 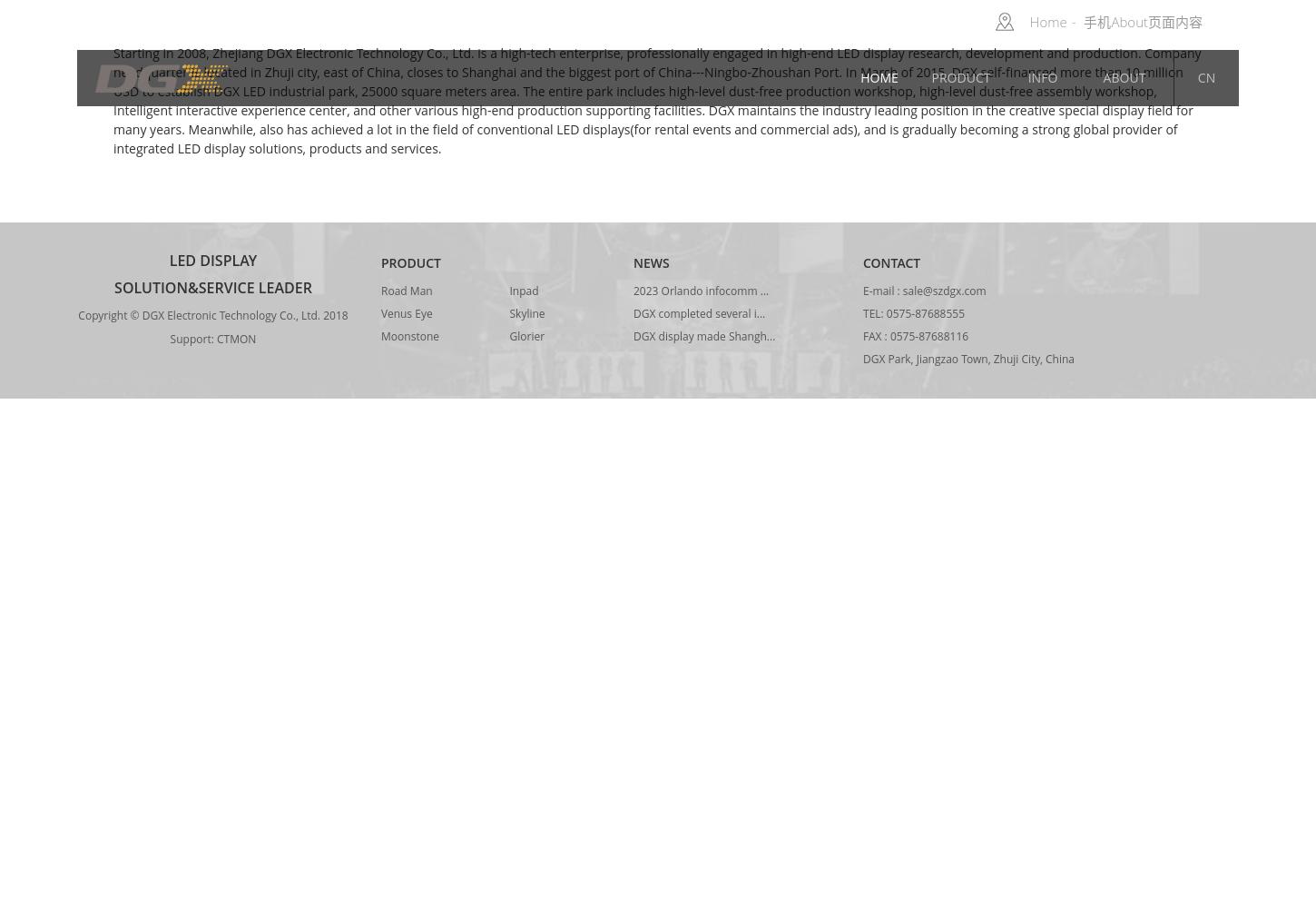 I want to click on 'Skyline', so click(x=526, y=312).